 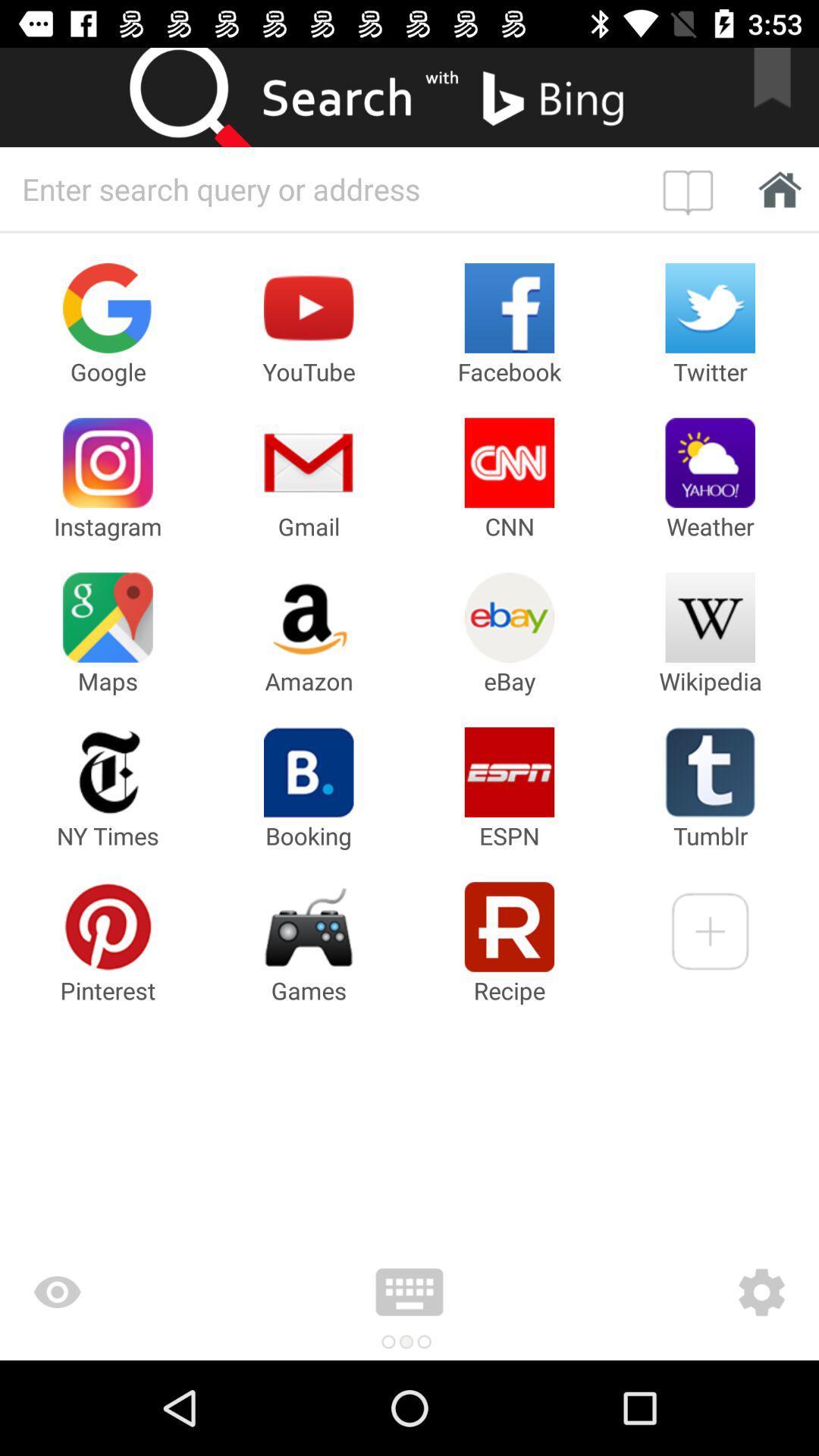 I want to click on icon at the bottom right corner, so click(x=671, y=1291).